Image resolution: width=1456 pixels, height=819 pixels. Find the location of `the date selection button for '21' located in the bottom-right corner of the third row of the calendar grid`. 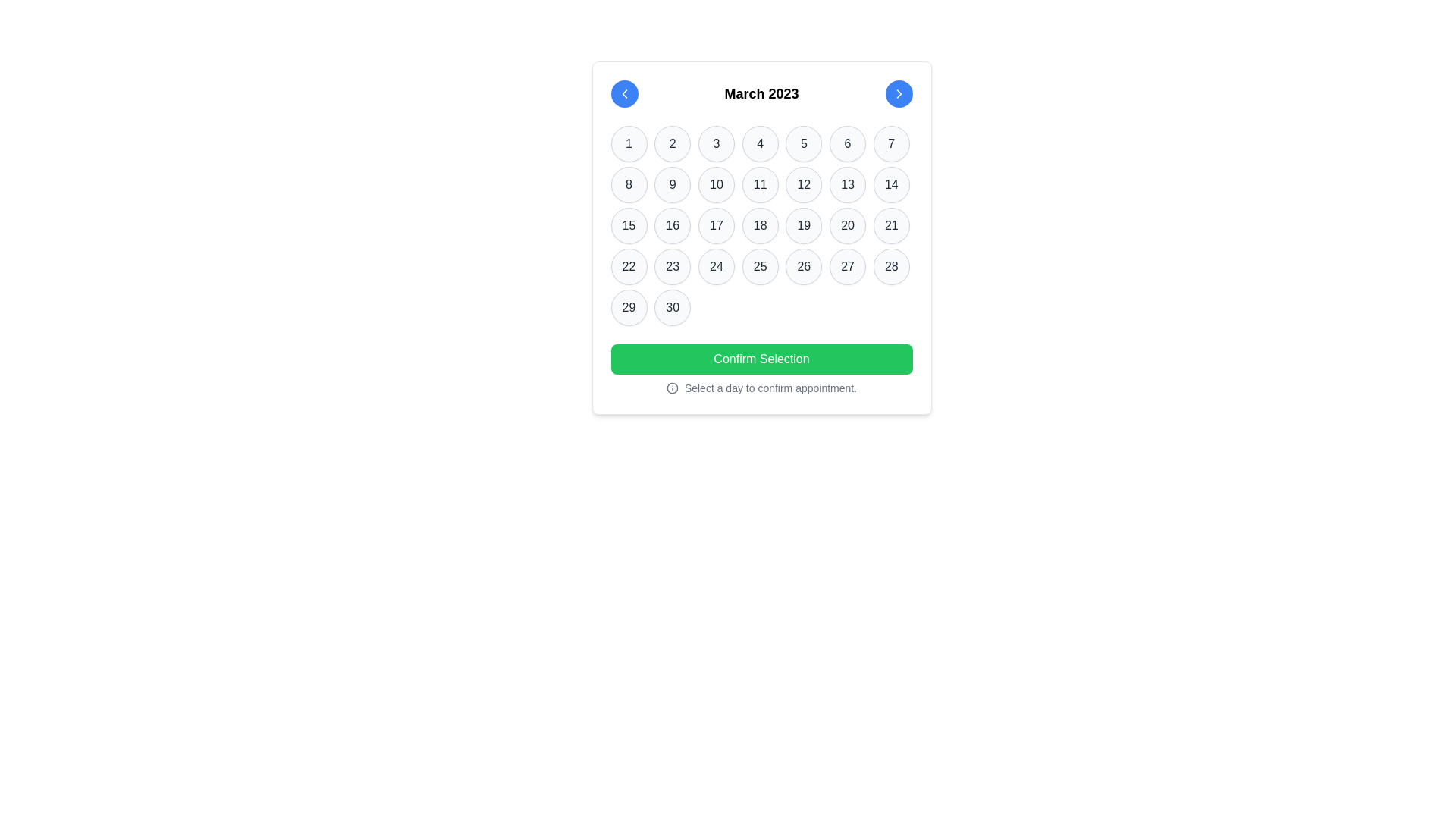

the date selection button for '21' located in the bottom-right corner of the third row of the calendar grid is located at coordinates (891, 225).